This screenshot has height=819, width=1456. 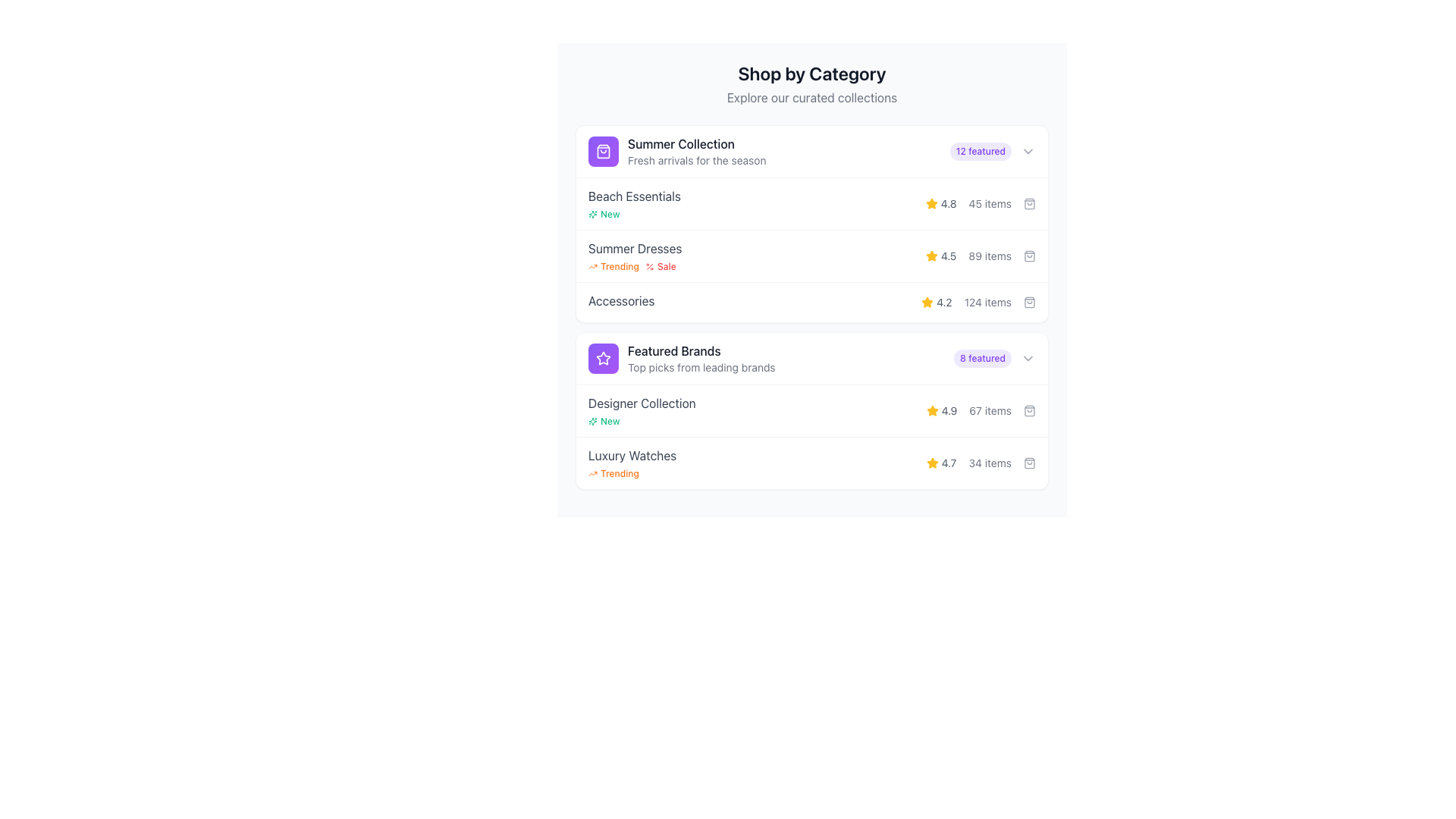 What do you see at coordinates (931, 462) in the screenshot?
I see `the yellow star icon representing a rating component, located adjacent to the text '4.2' in the 'Shop by Category' section under 'Accessories.'` at bounding box center [931, 462].